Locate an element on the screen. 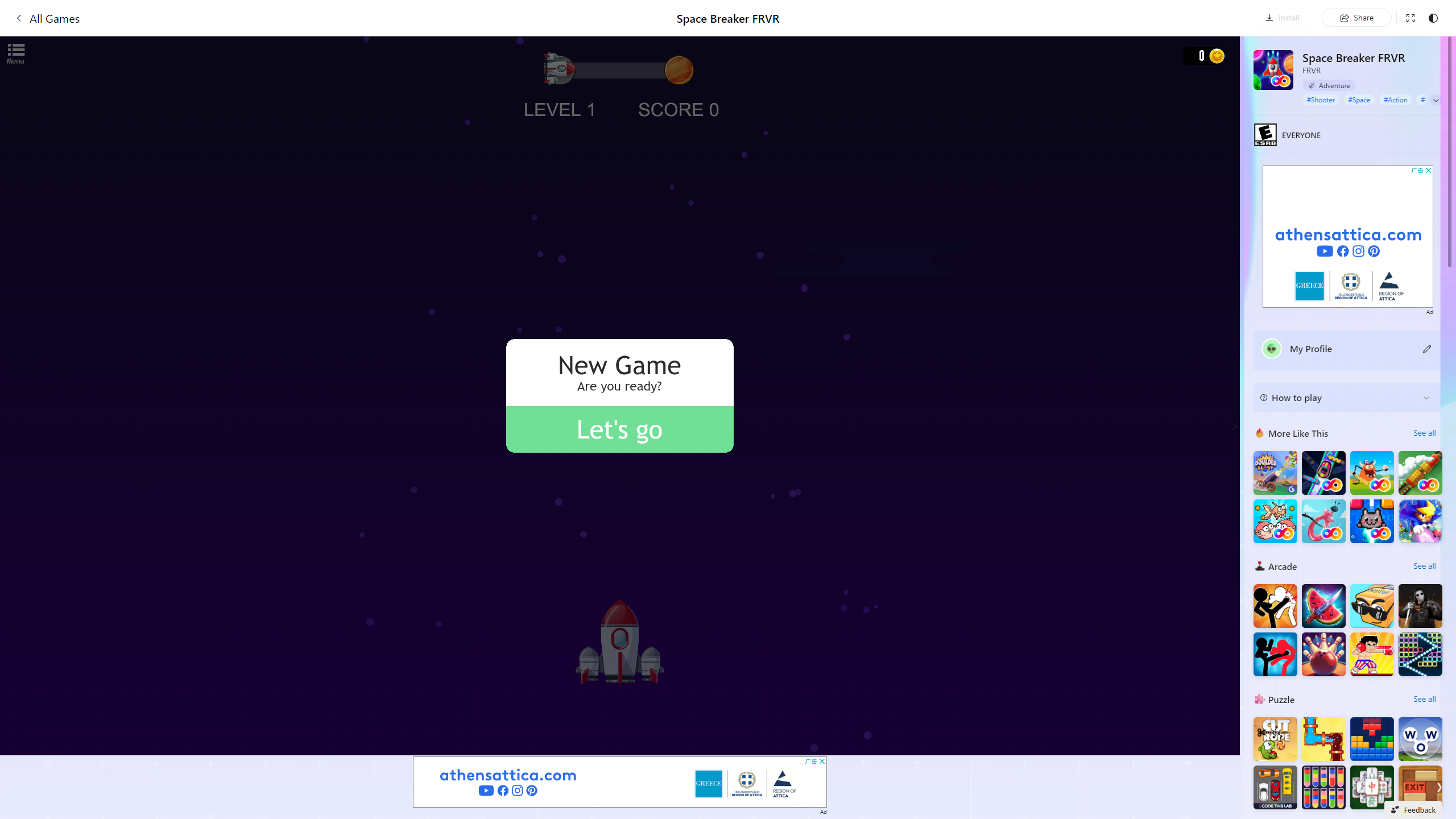 This screenshot has height=819, width=1456. 'Hunter Hitman' is located at coordinates (1420, 605).